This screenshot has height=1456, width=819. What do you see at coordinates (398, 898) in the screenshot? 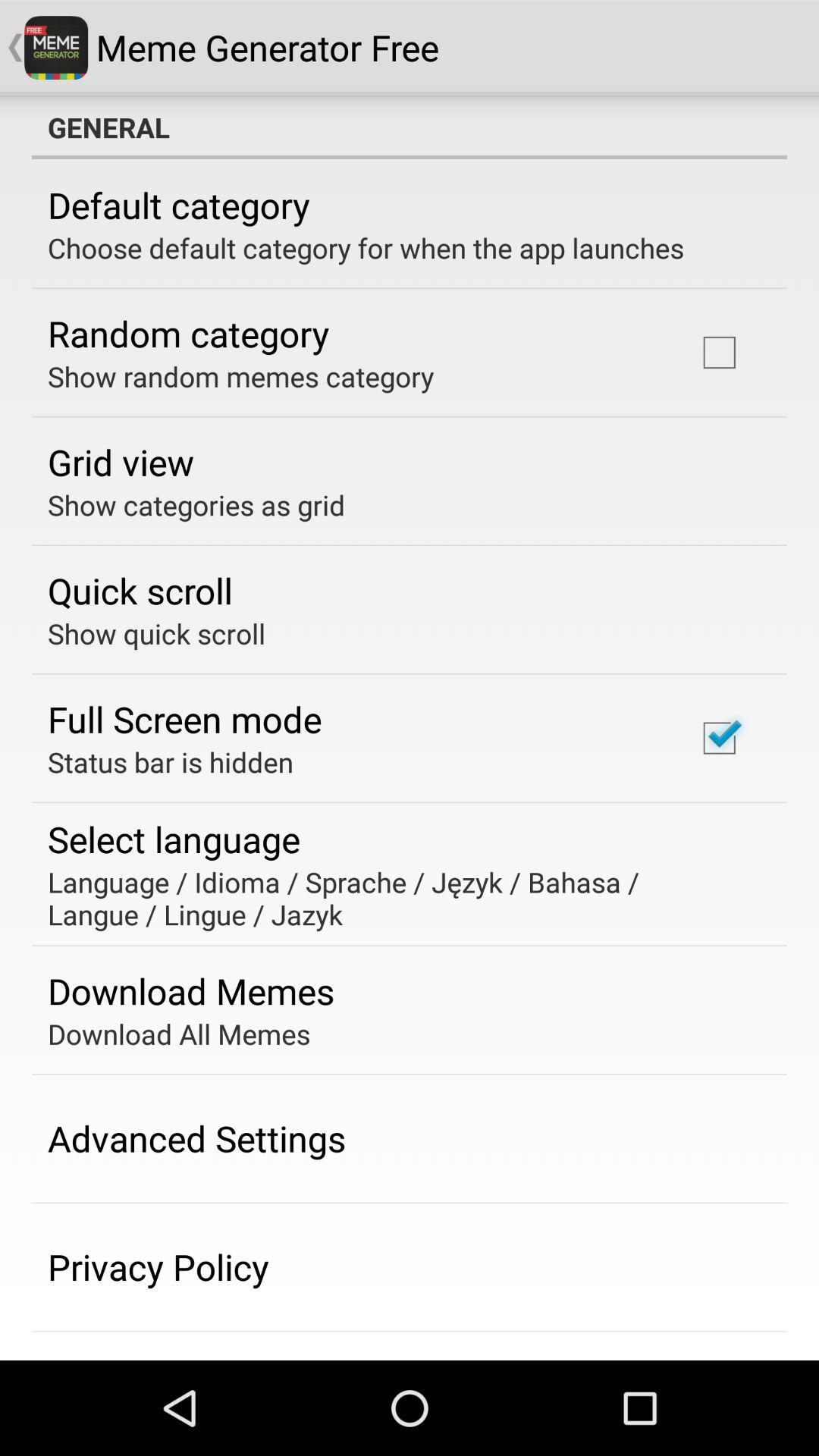
I see `the icon above download memes app` at bounding box center [398, 898].